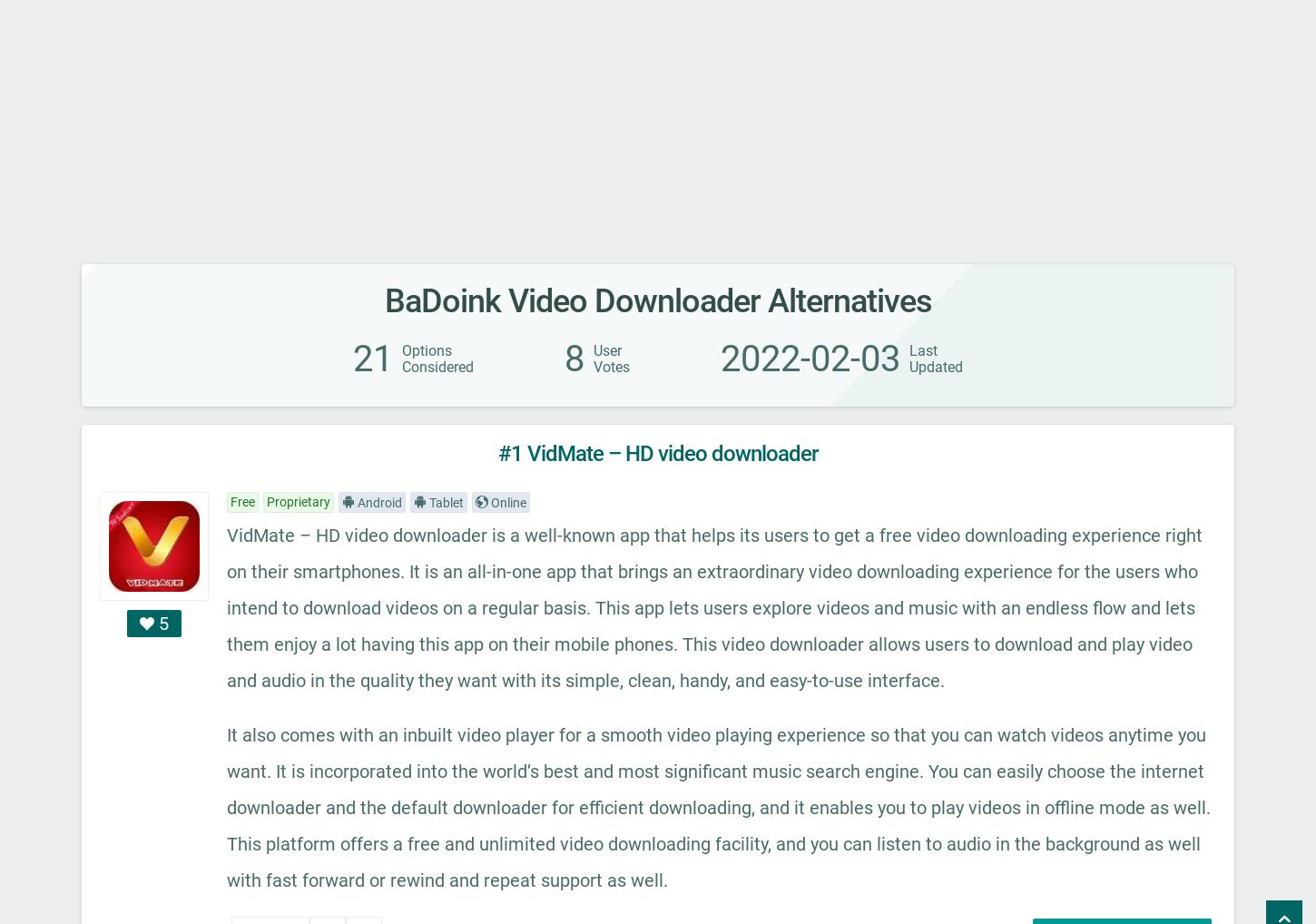 The image size is (1316, 924). I want to click on 'Updated', so click(936, 367).